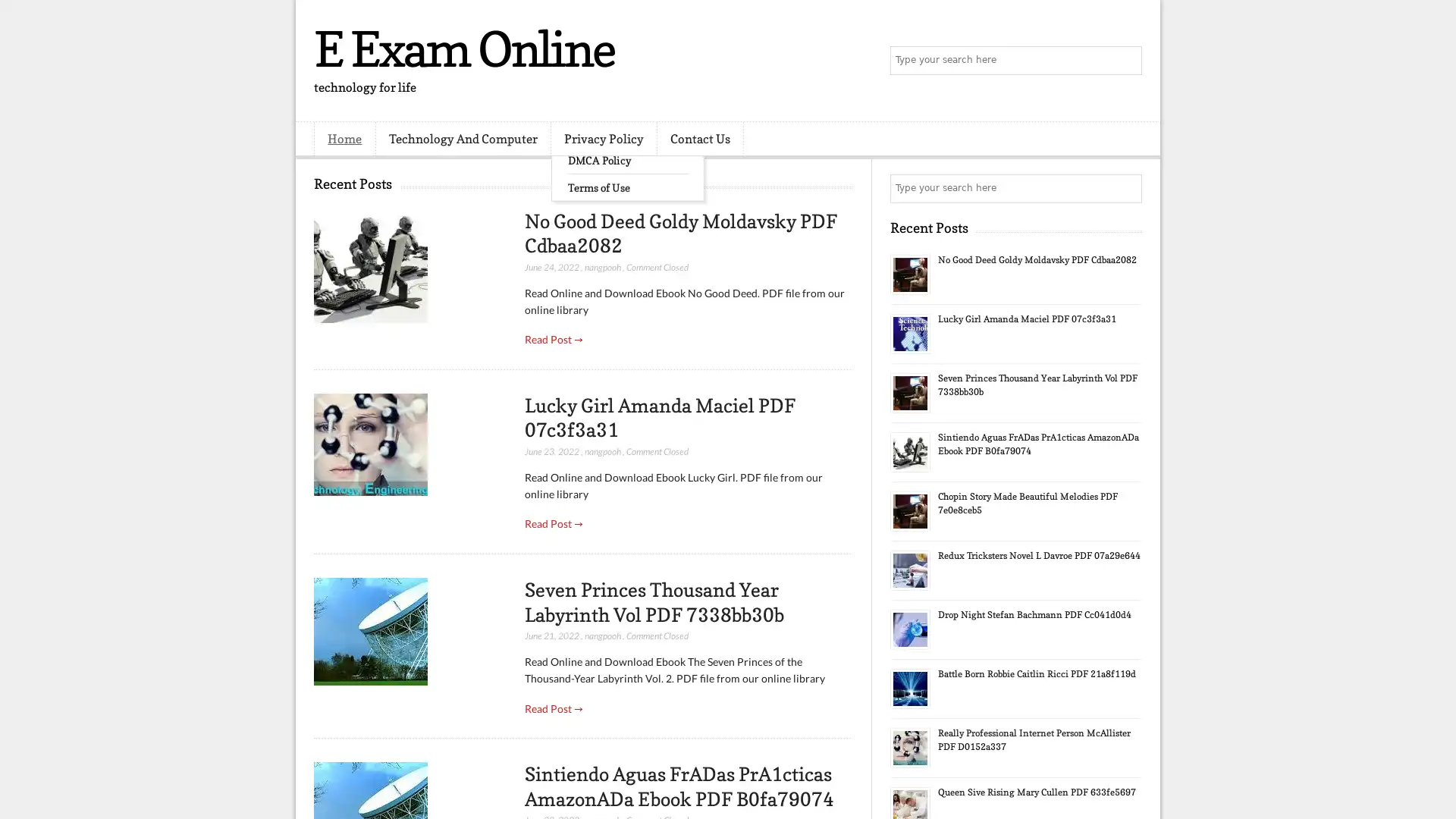 Image resolution: width=1456 pixels, height=819 pixels. What do you see at coordinates (1126, 61) in the screenshot?
I see `Search` at bounding box center [1126, 61].